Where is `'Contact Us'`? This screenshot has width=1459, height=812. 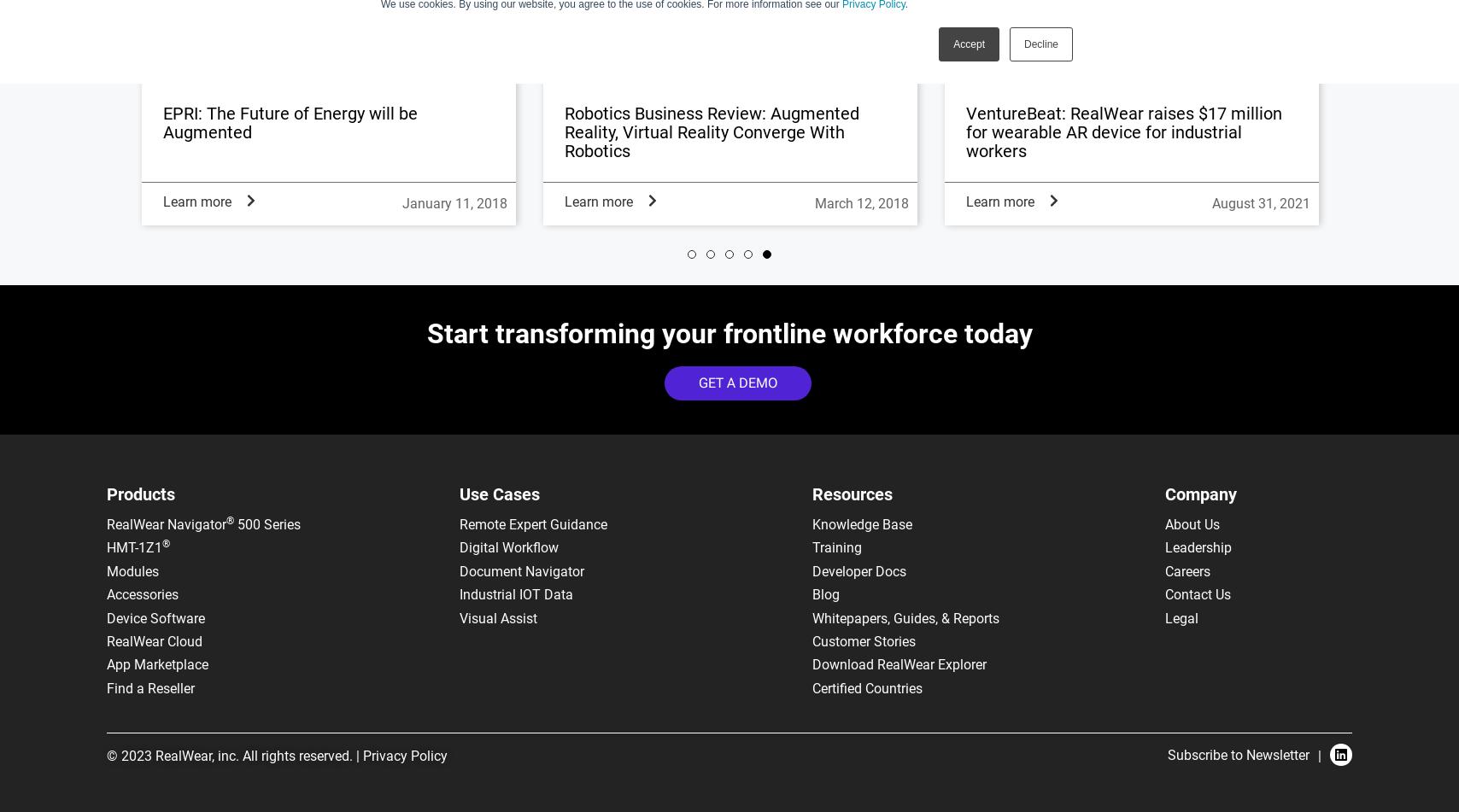 'Contact Us' is located at coordinates (1198, 593).